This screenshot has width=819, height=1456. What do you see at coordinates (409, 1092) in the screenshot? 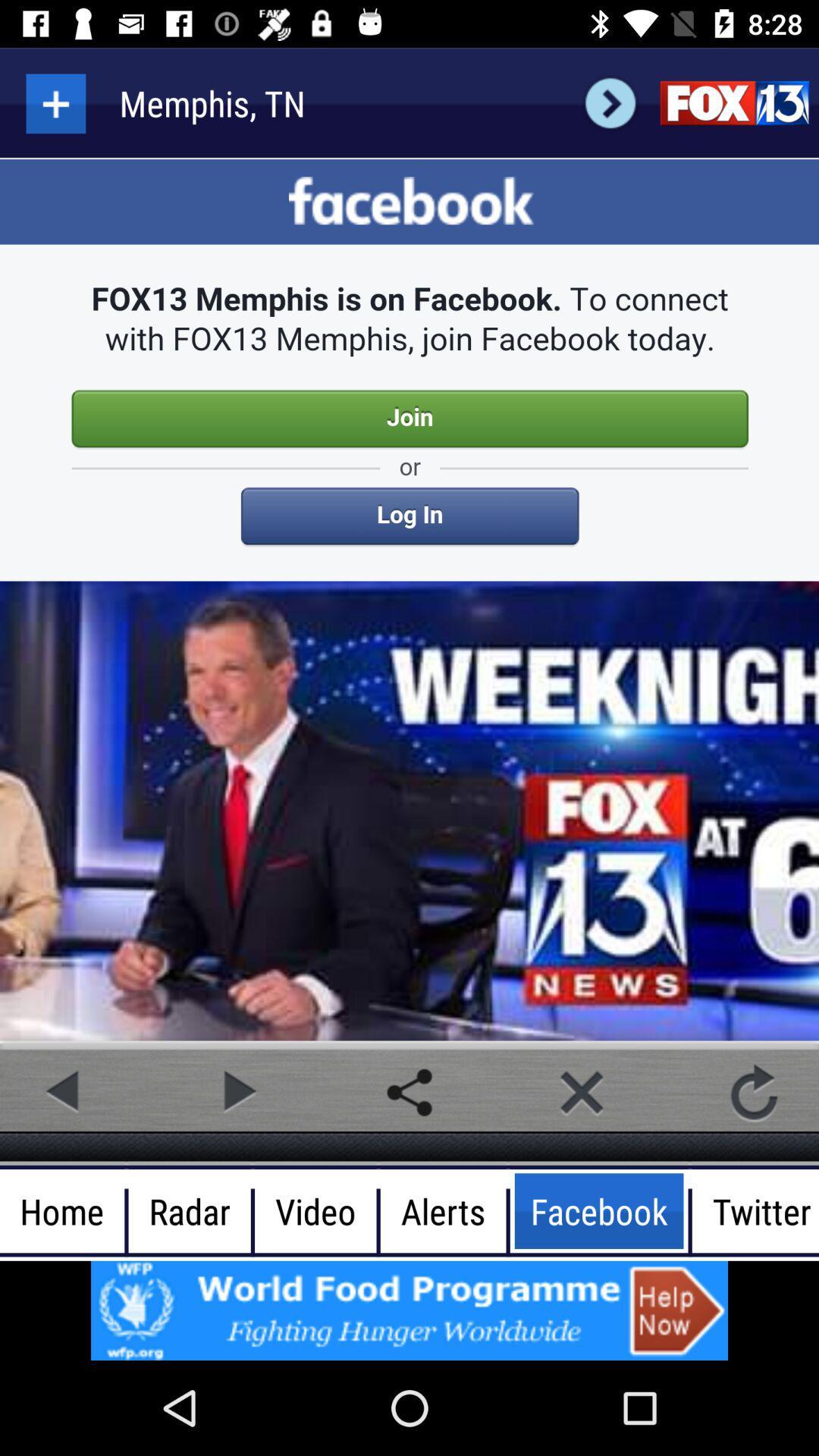
I see `share online` at bounding box center [409, 1092].